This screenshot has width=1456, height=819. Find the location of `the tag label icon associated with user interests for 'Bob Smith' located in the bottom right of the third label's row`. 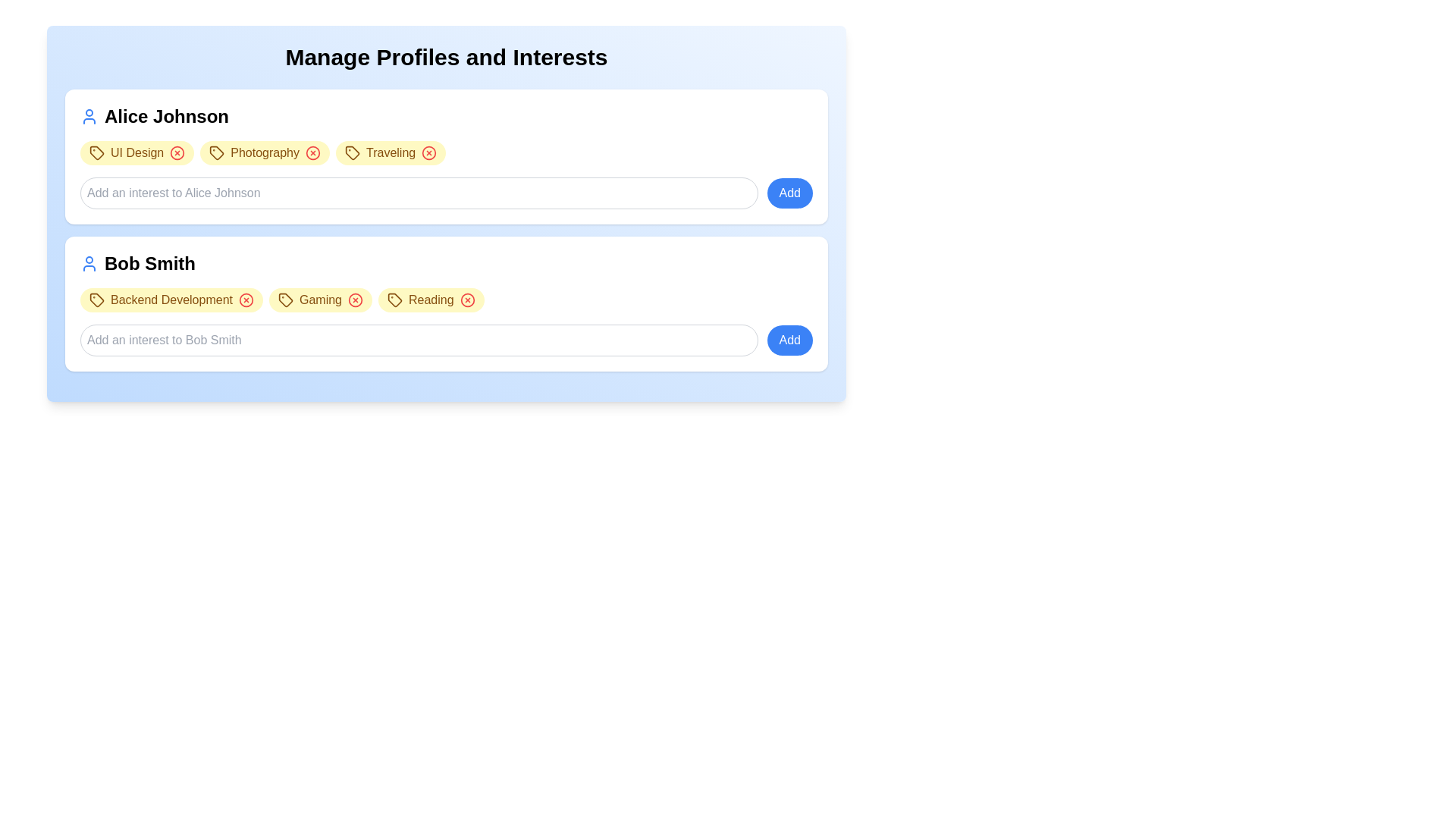

the tag label icon associated with user interests for 'Bob Smith' located in the bottom right of the third label's row is located at coordinates (395, 300).